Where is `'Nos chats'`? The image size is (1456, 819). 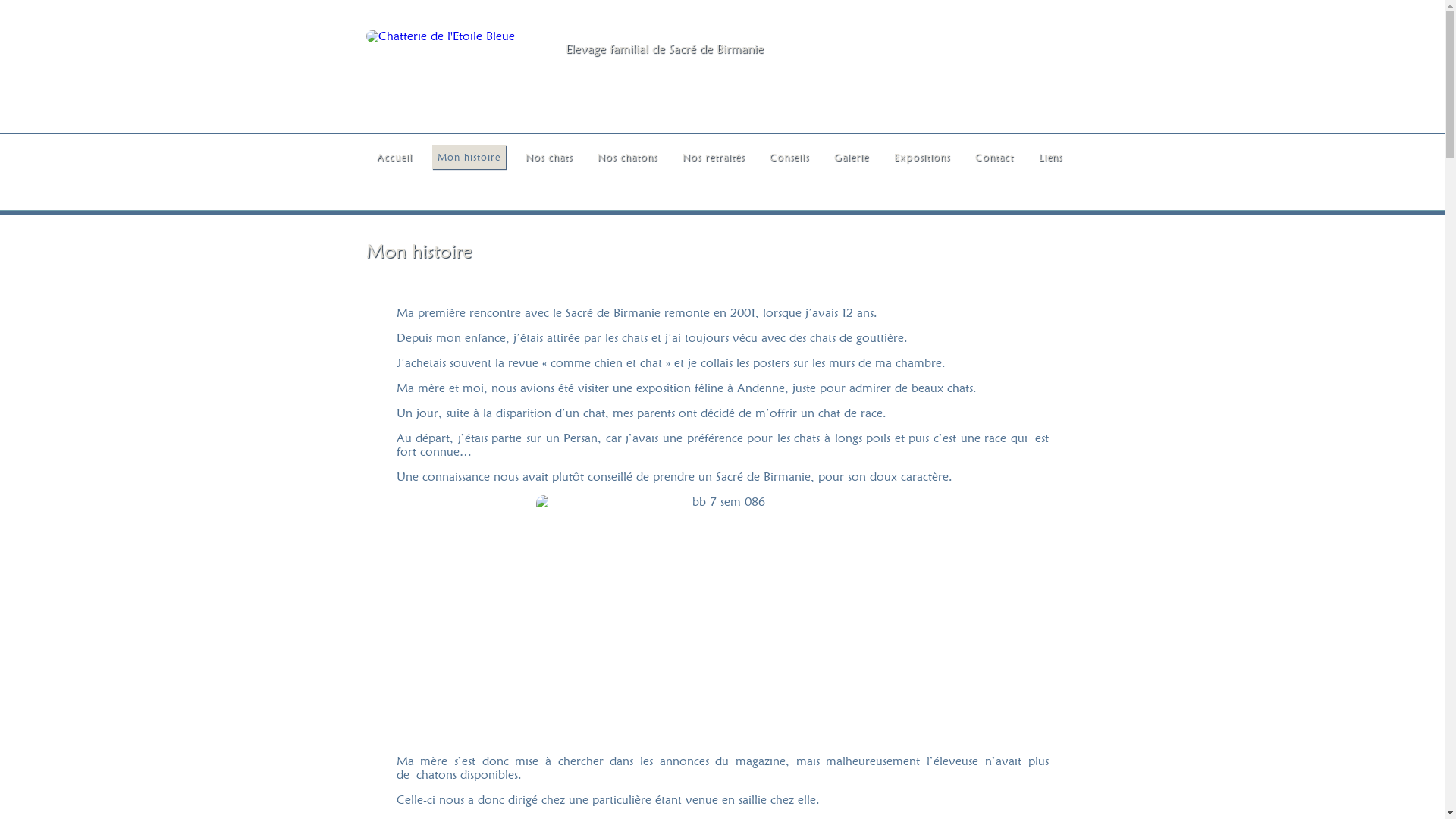
'Nos chats' is located at coordinates (548, 157).